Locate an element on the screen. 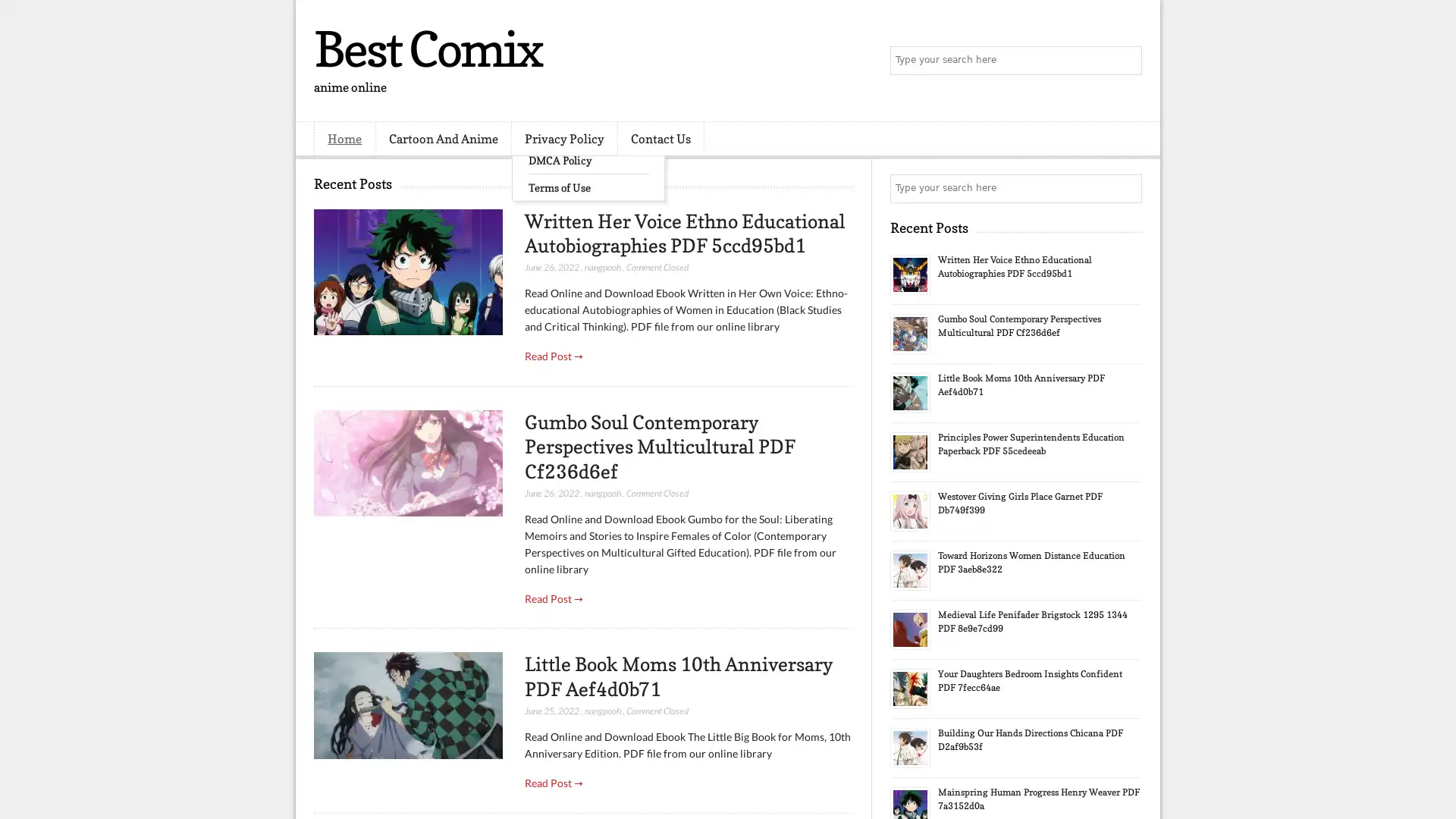  Search is located at coordinates (1126, 188).